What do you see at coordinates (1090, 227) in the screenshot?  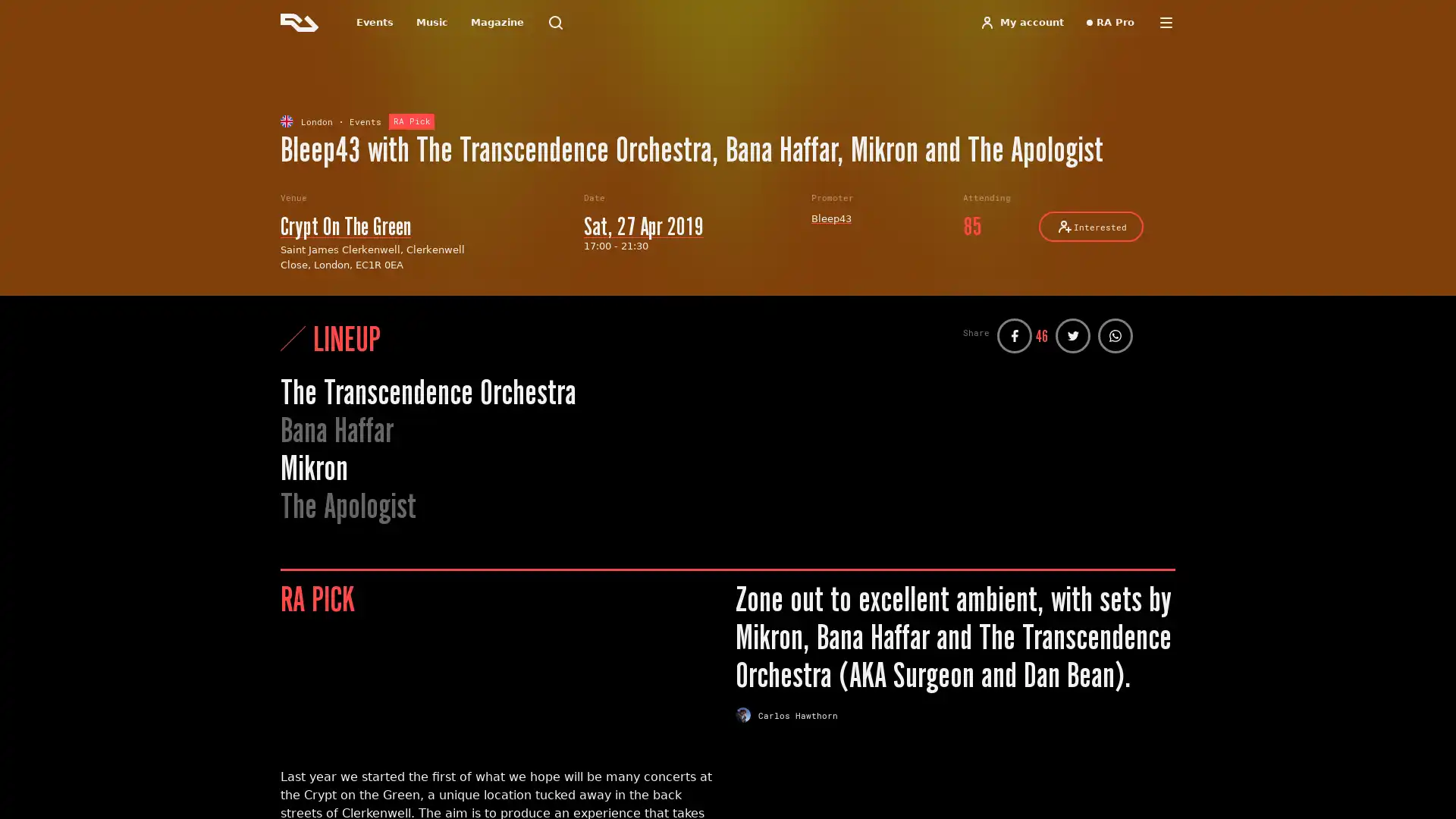 I see `Follow Interested` at bounding box center [1090, 227].